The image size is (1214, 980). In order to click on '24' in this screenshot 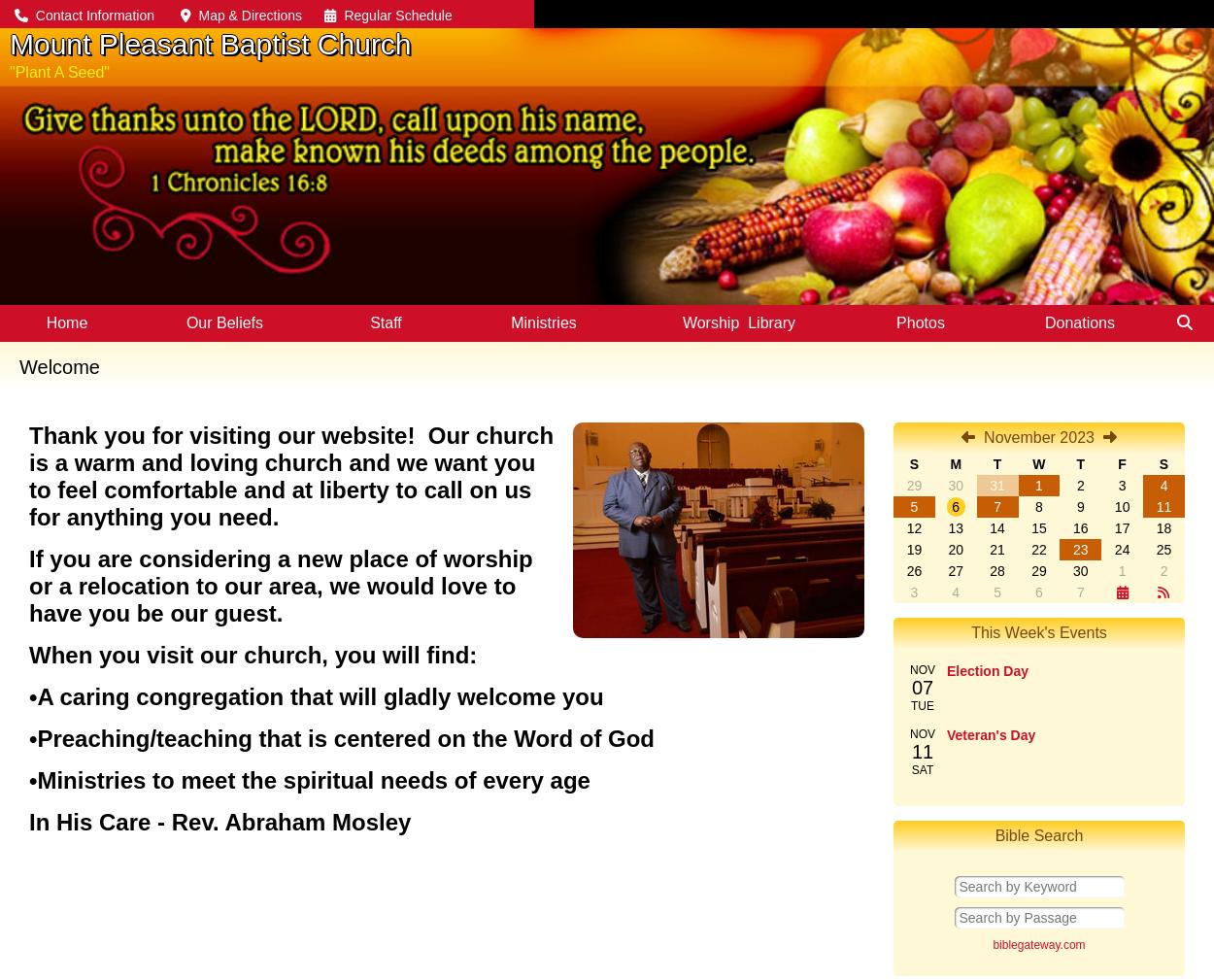, I will do `click(1122, 550)`.